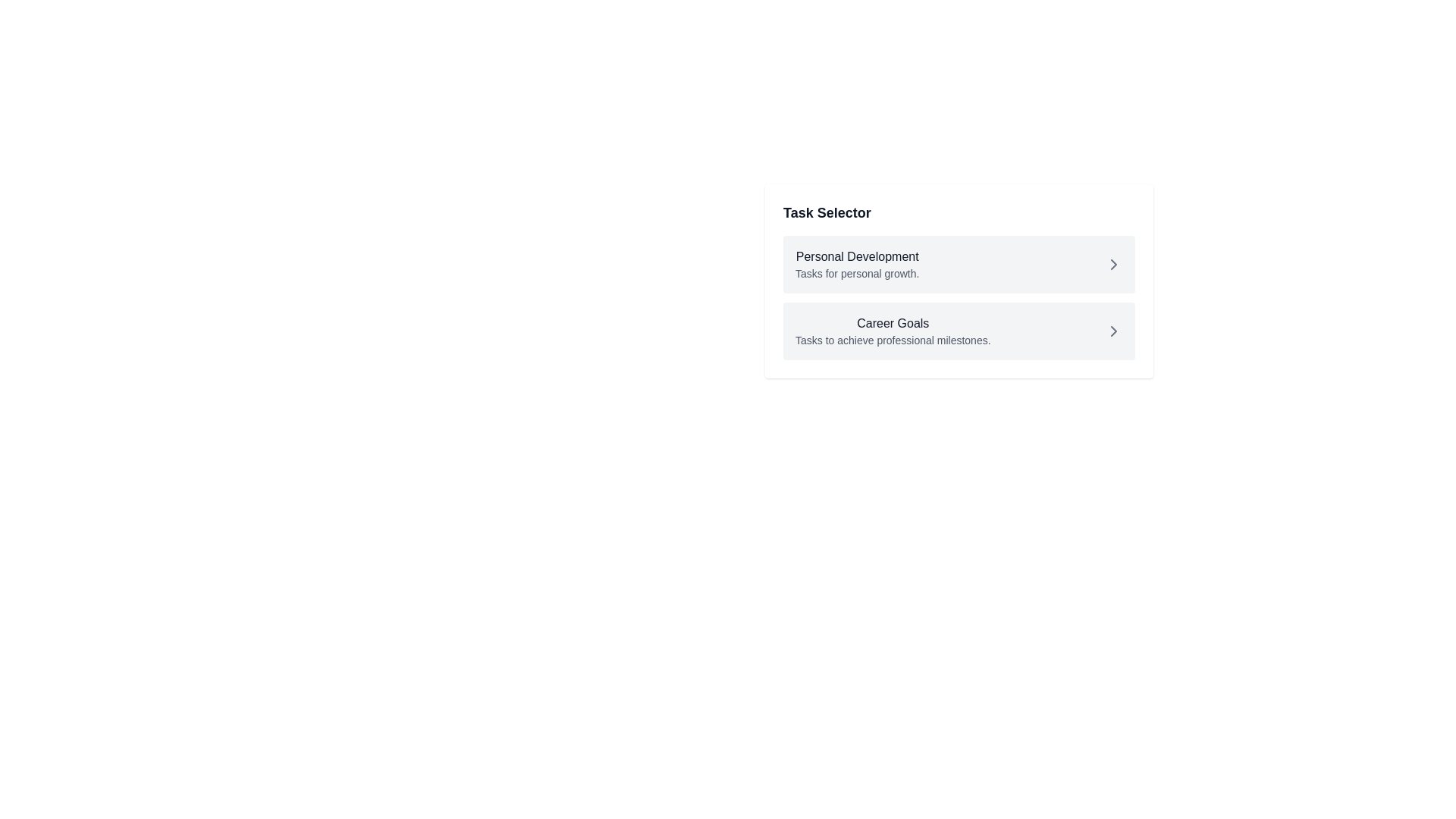 Image resolution: width=1456 pixels, height=819 pixels. Describe the element at coordinates (1113, 330) in the screenshot. I see `the gray chevron icon pointing to the right, located on the right edge of the 'Career Goals' list item in the 'Task Selector' section` at that location.